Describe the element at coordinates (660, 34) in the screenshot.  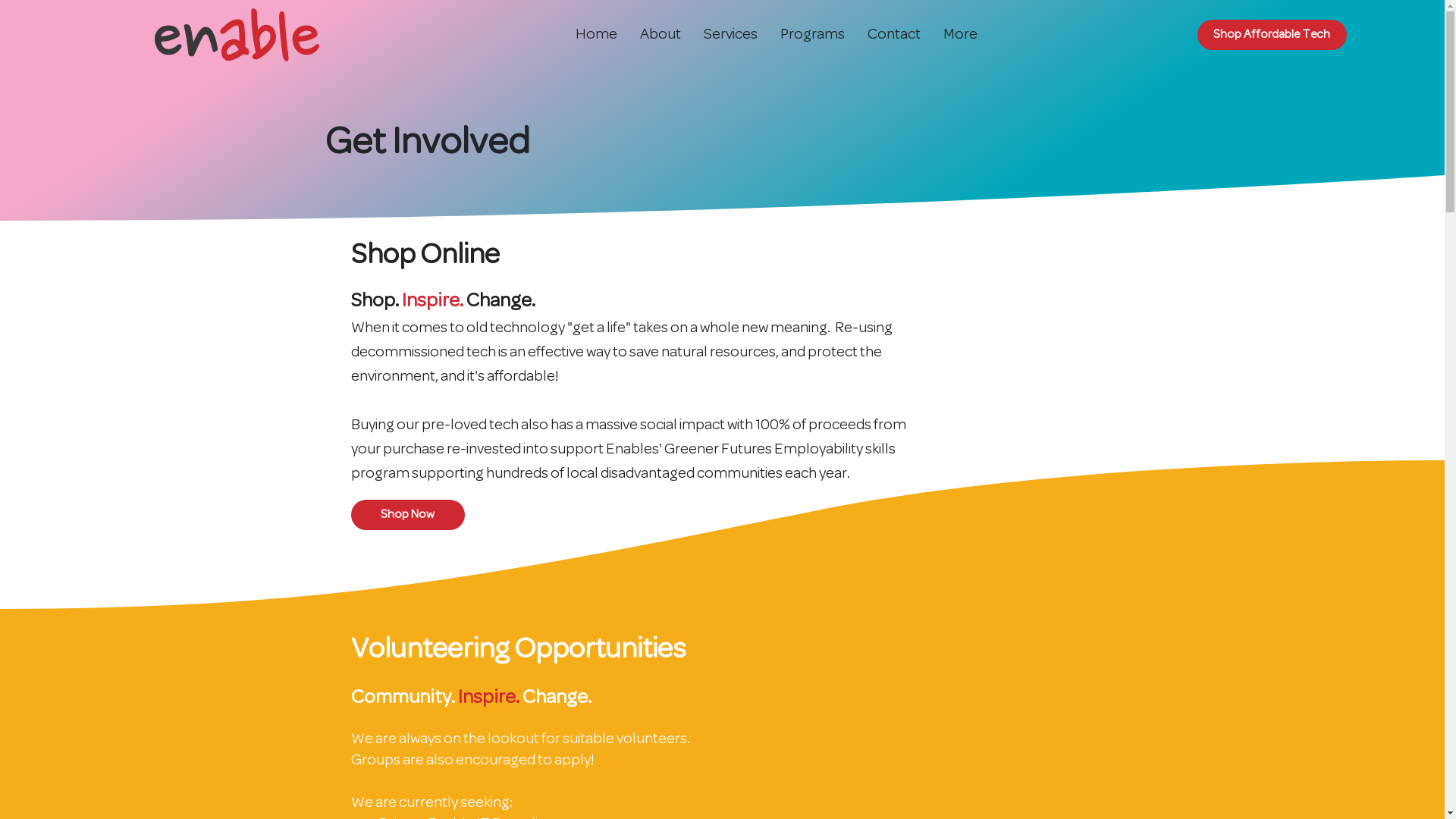
I see `'About'` at that location.